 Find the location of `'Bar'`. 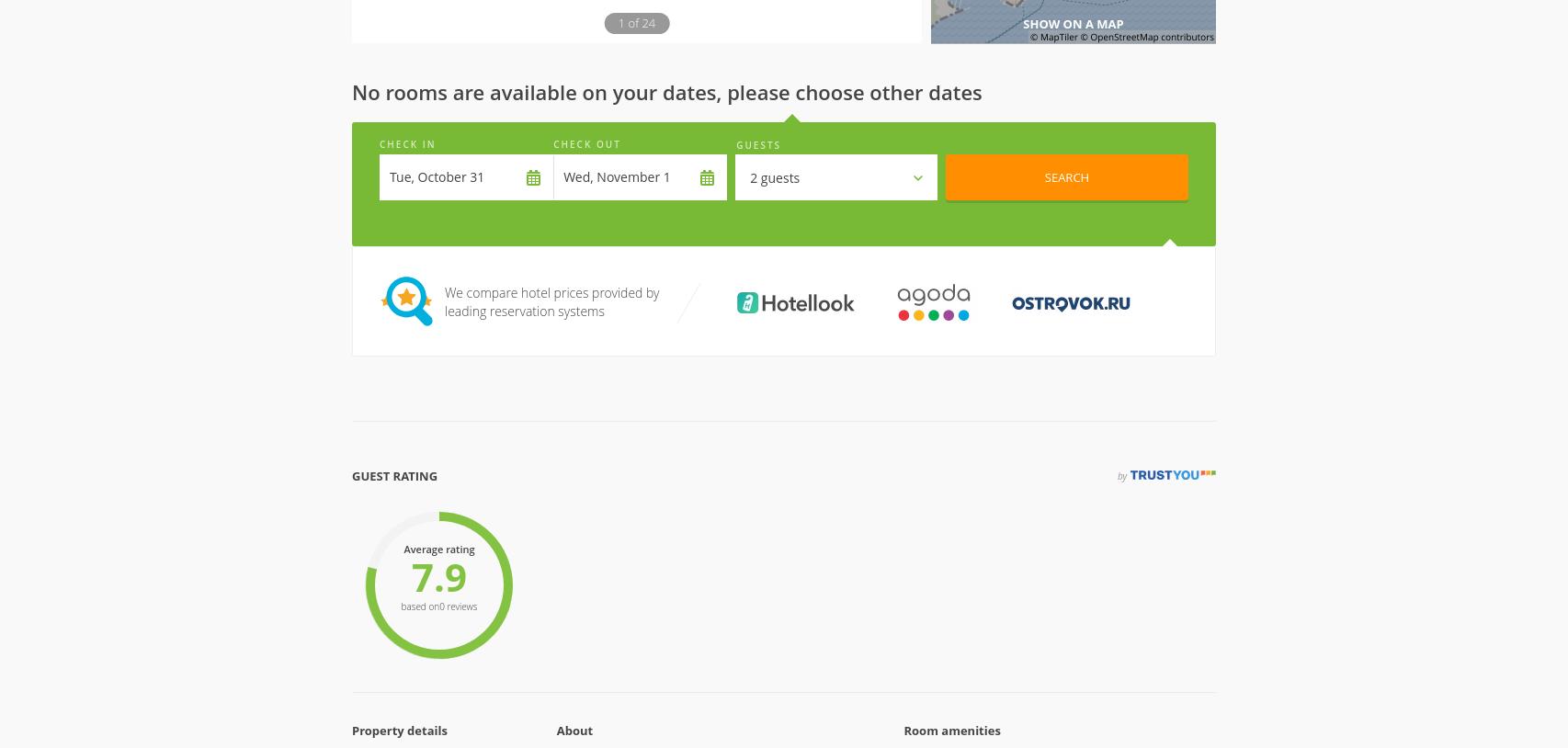

'Bar' is located at coordinates (592, 504).